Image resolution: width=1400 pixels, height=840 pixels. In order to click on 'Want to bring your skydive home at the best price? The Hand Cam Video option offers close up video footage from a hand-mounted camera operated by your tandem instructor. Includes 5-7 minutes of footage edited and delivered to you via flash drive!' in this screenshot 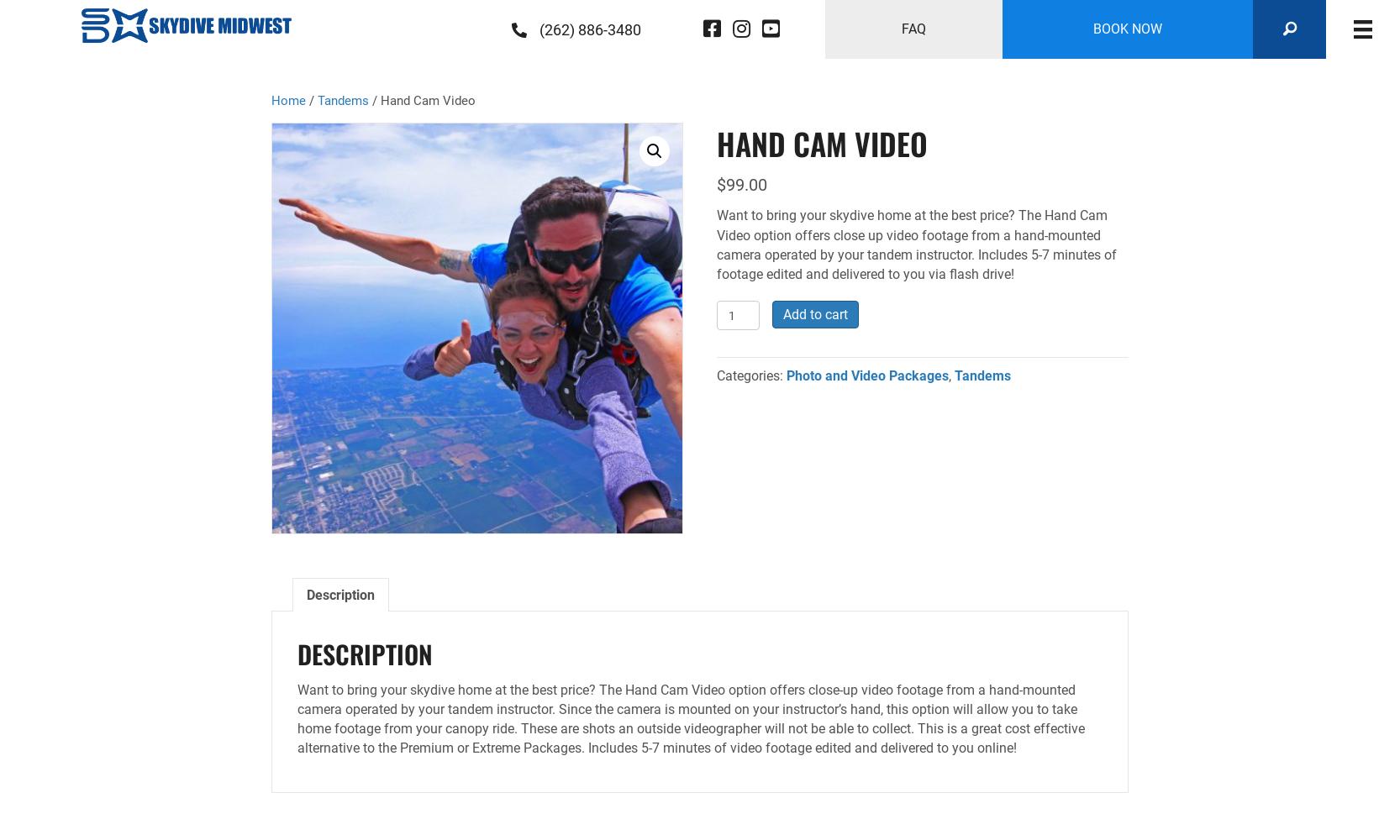, I will do `click(917, 244)`.